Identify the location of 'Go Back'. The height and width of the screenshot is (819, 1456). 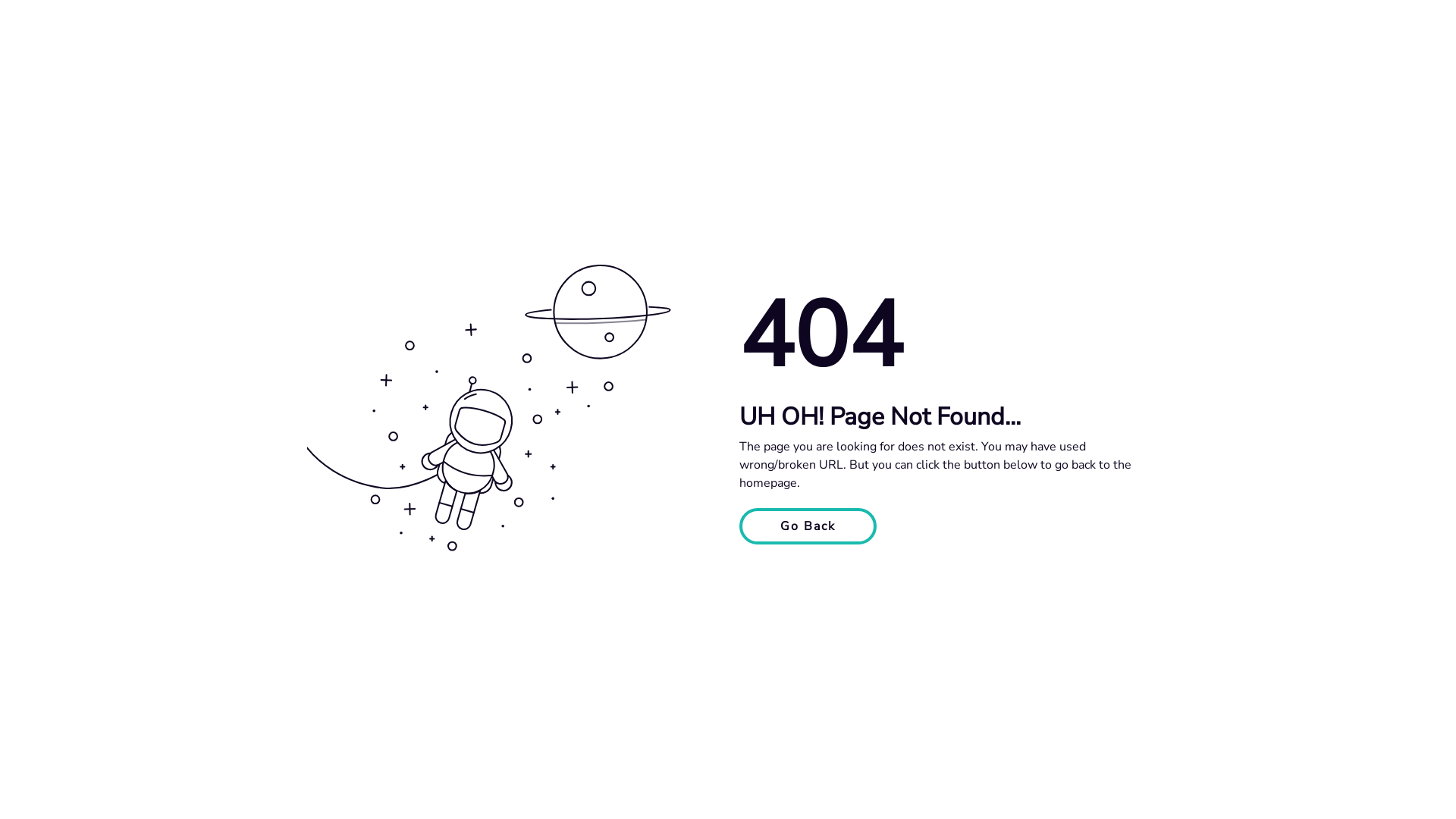
(807, 526).